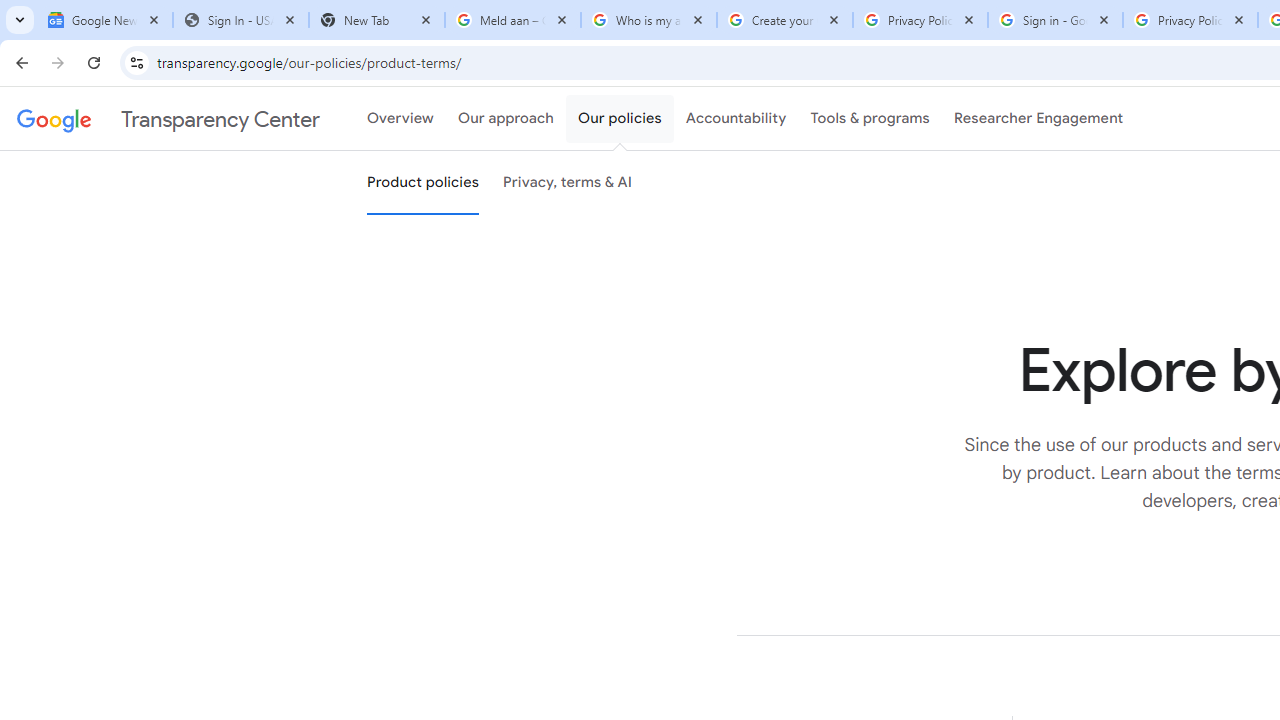 This screenshot has width=1280, height=720. What do you see at coordinates (735, 119) in the screenshot?
I see `'Accountability'` at bounding box center [735, 119].